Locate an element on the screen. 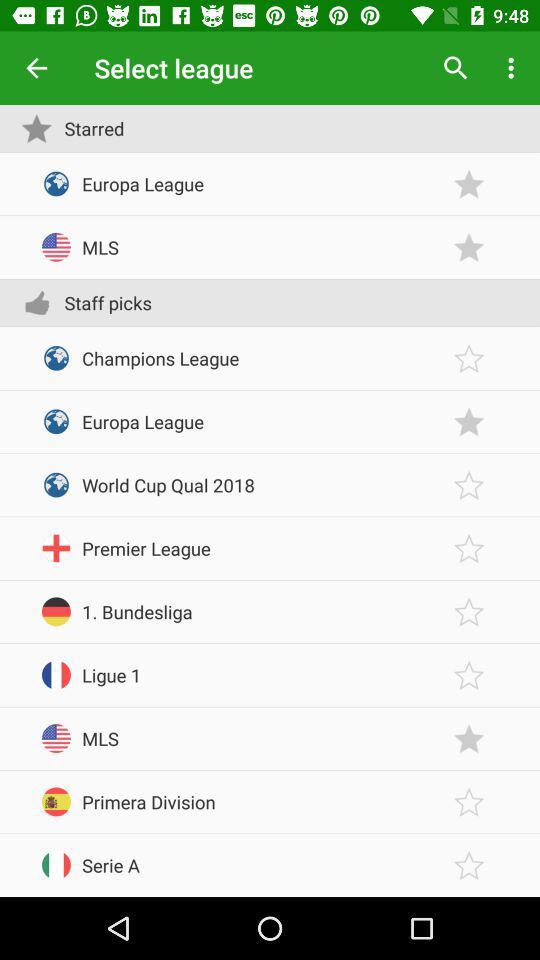  item next to select league is located at coordinates (36, 68).